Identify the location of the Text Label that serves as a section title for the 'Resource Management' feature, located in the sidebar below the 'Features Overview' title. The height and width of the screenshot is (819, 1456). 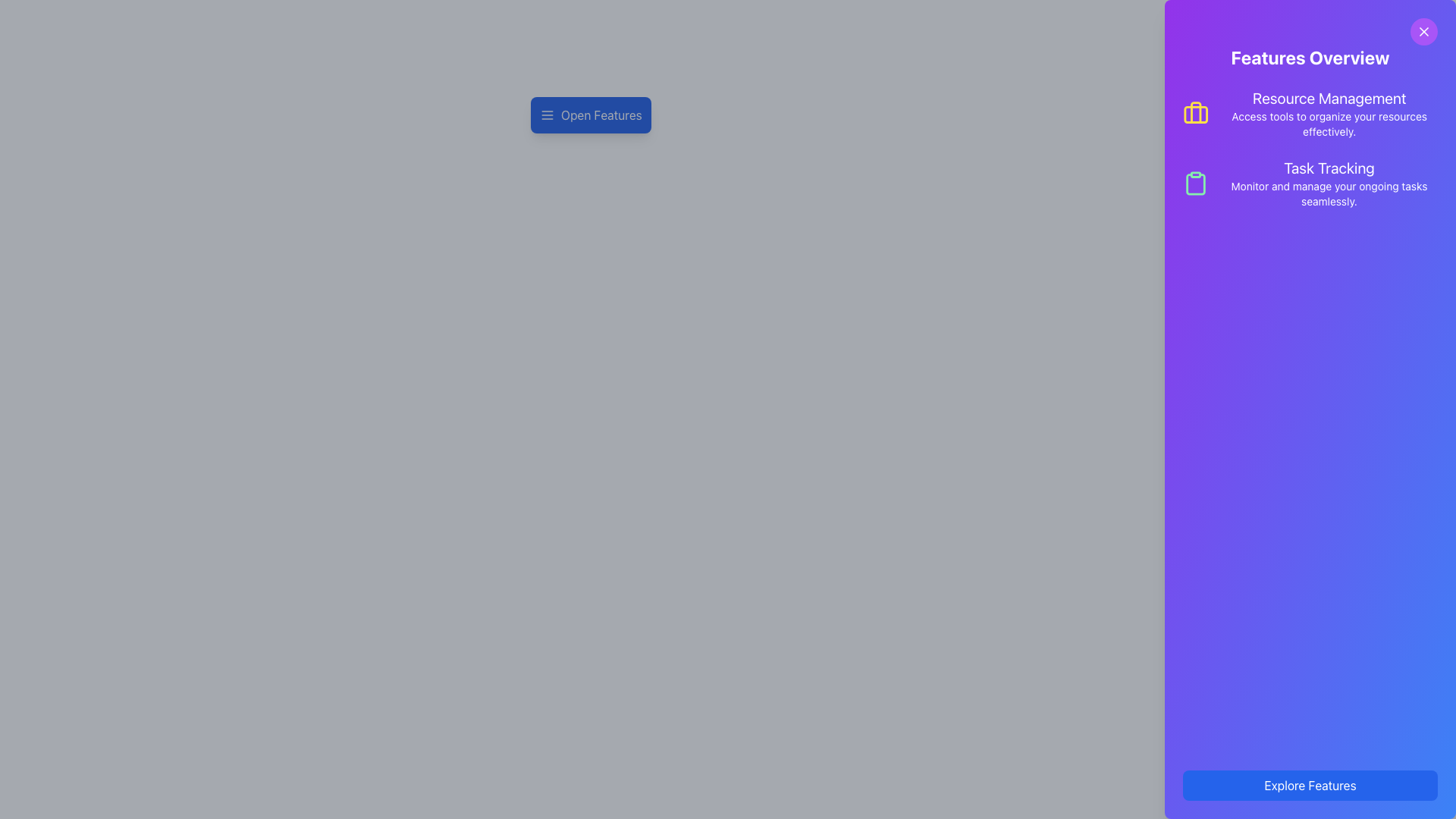
(1329, 99).